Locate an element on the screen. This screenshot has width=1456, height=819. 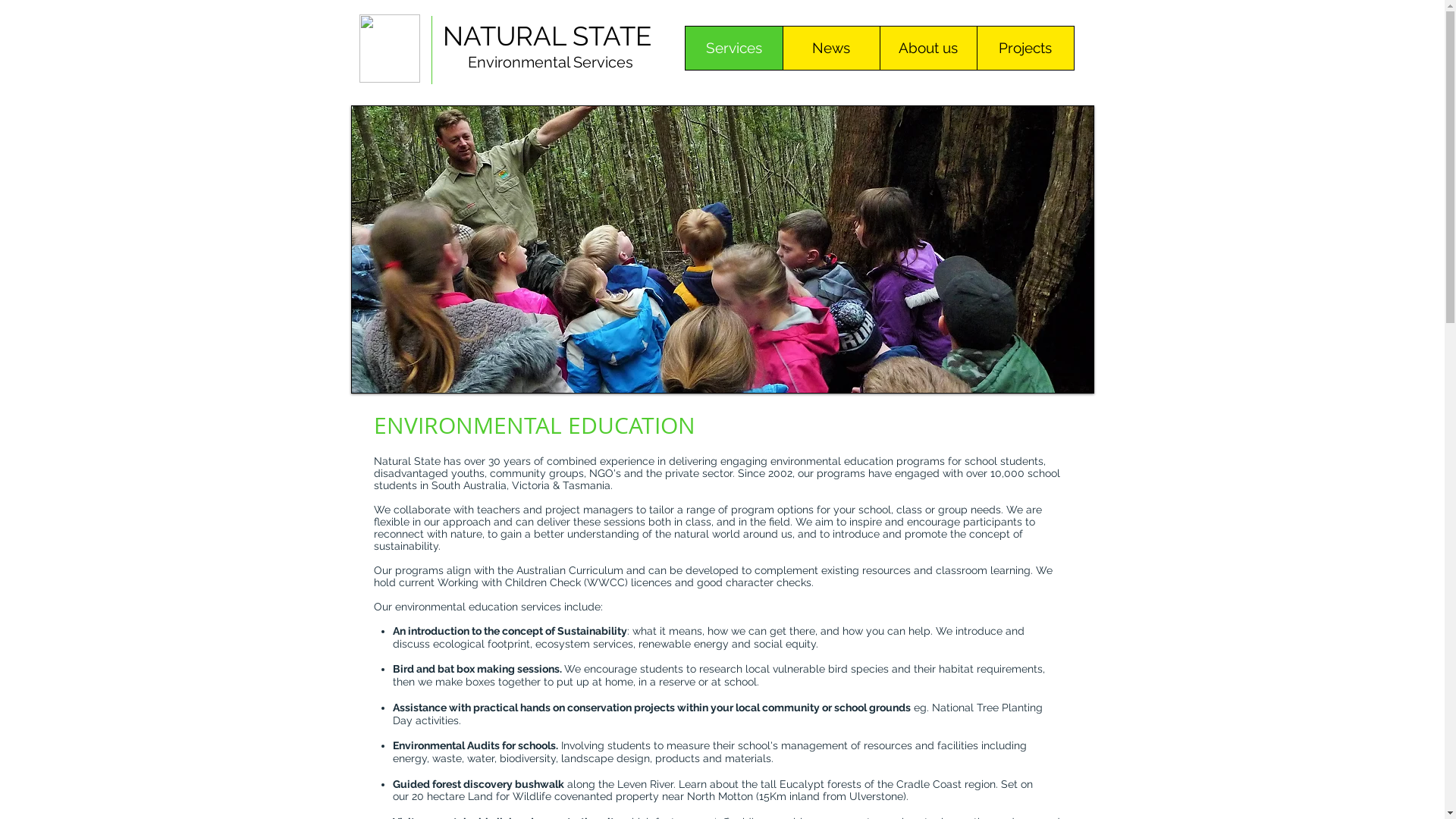
'About us' is located at coordinates (880, 47).